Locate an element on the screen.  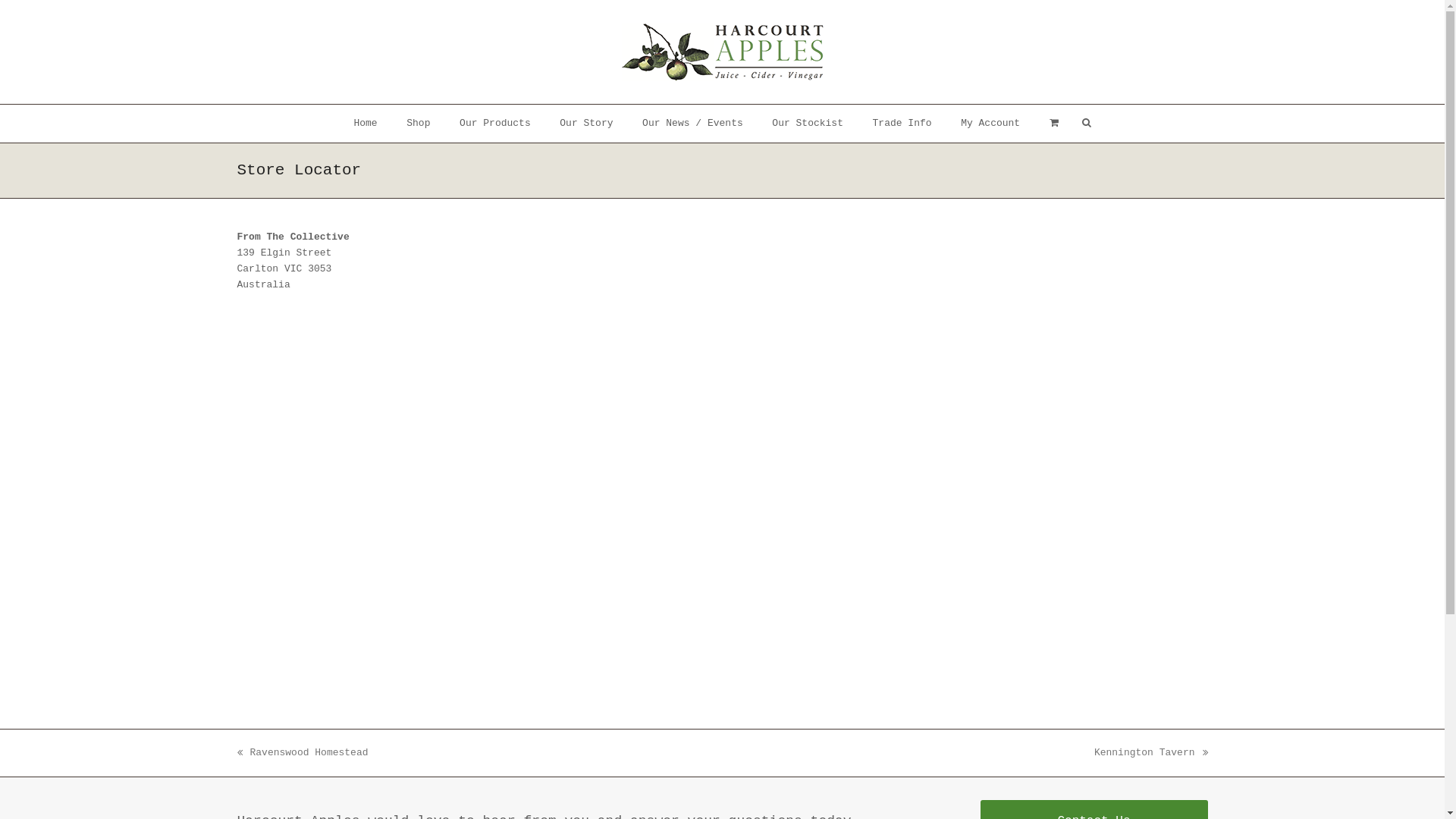
'Our Story' is located at coordinates (585, 122).